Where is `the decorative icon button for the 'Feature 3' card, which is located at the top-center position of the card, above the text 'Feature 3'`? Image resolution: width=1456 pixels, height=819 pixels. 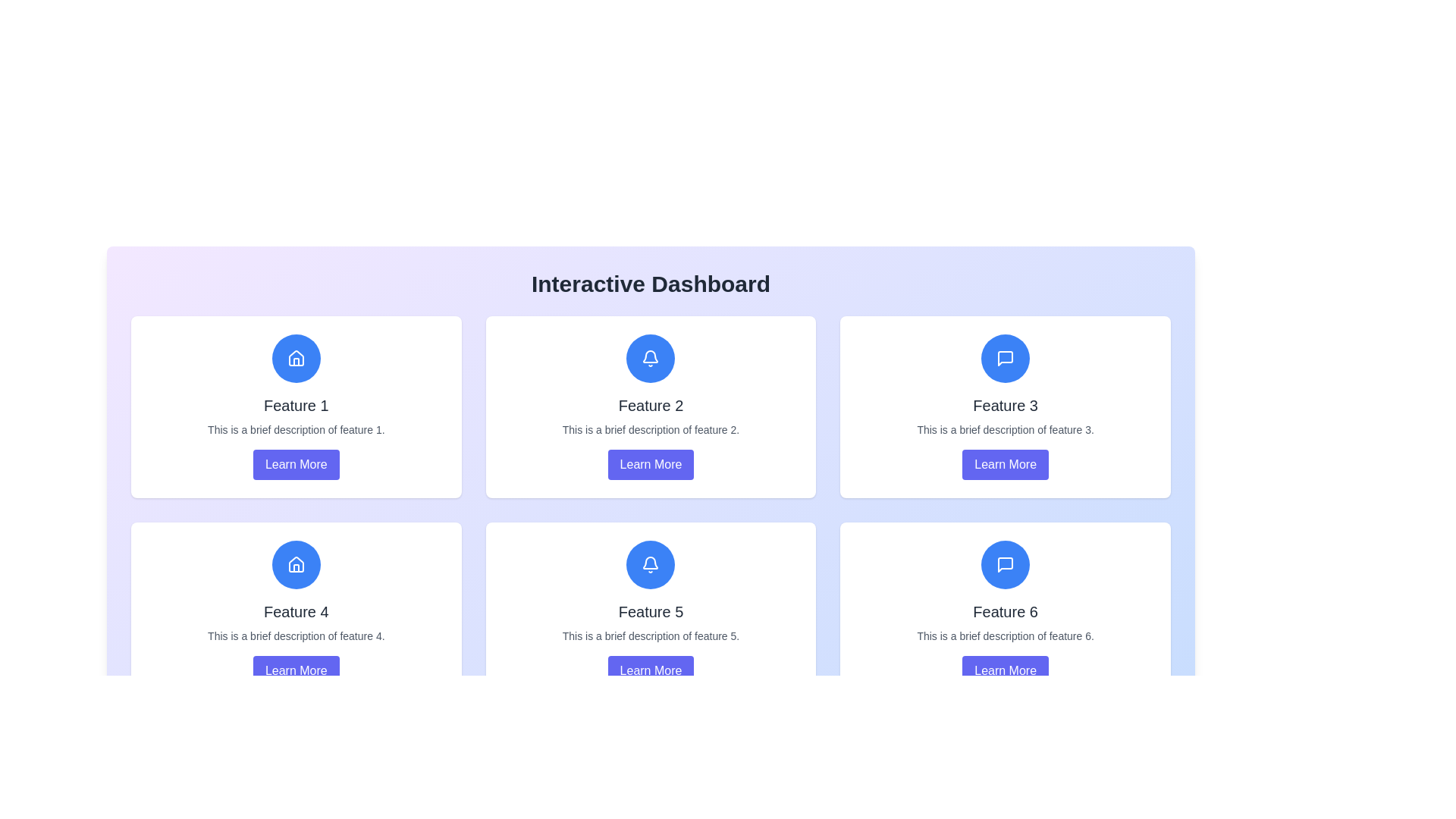 the decorative icon button for the 'Feature 3' card, which is located at the top-center position of the card, above the text 'Feature 3' is located at coordinates (1006, 359).